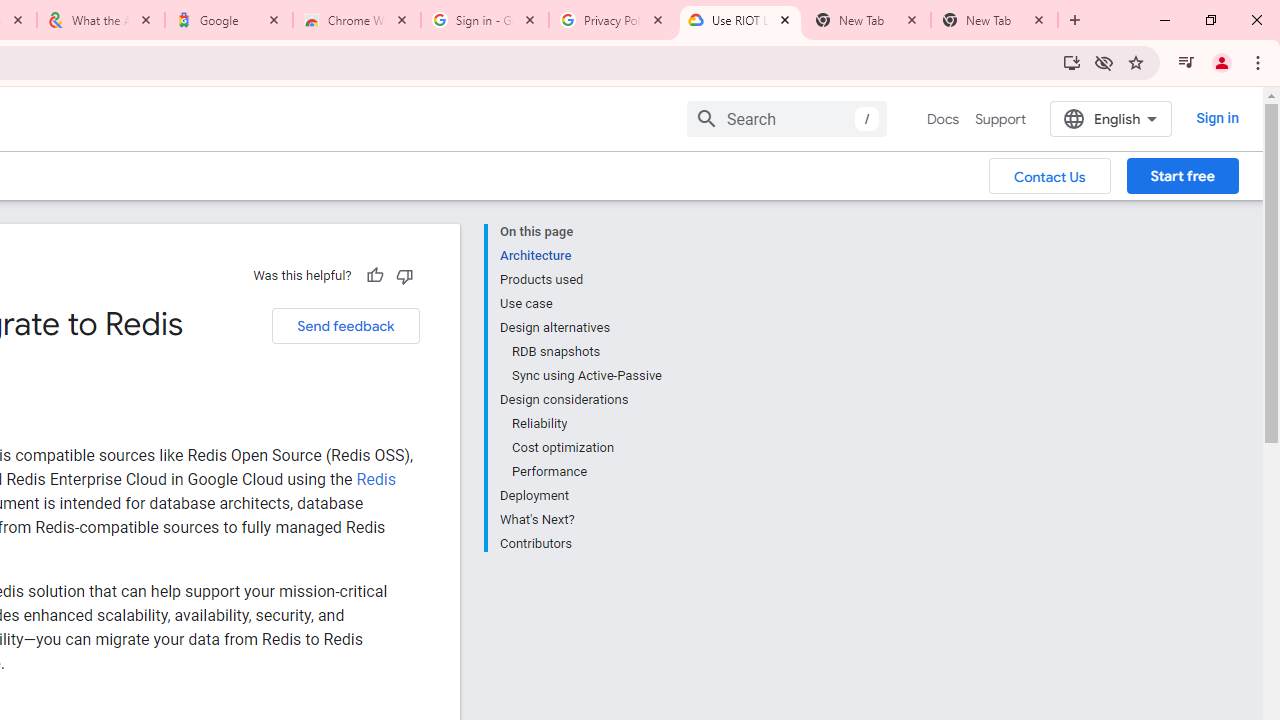  What do you see at coordinates (941, 119) in the screenshot?
I see `'Docs, selected'` at bounding box center [941, 119].